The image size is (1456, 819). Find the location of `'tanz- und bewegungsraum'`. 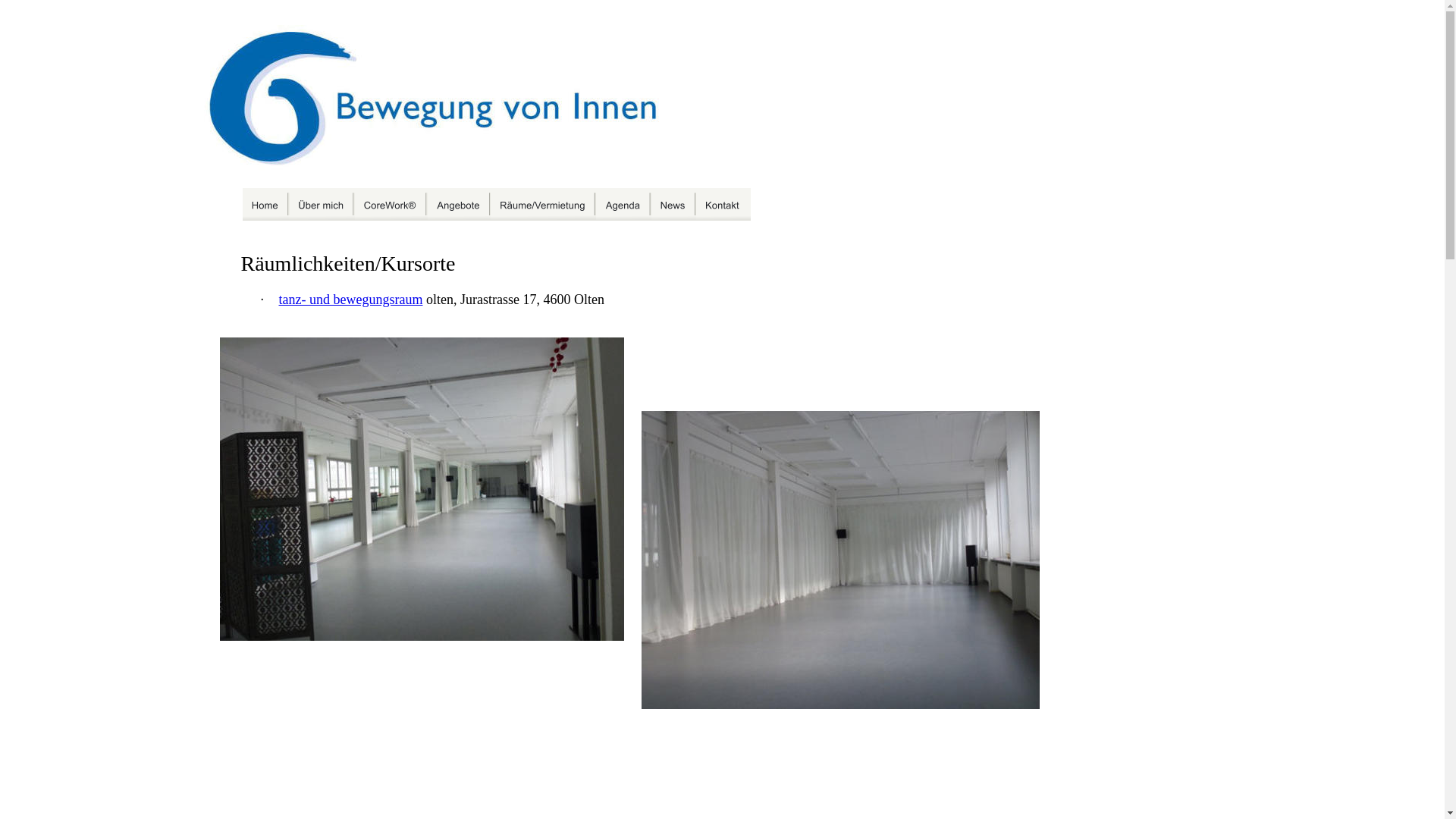

'tanz- und bewegungsraum' is located at coordinates (350, 299).